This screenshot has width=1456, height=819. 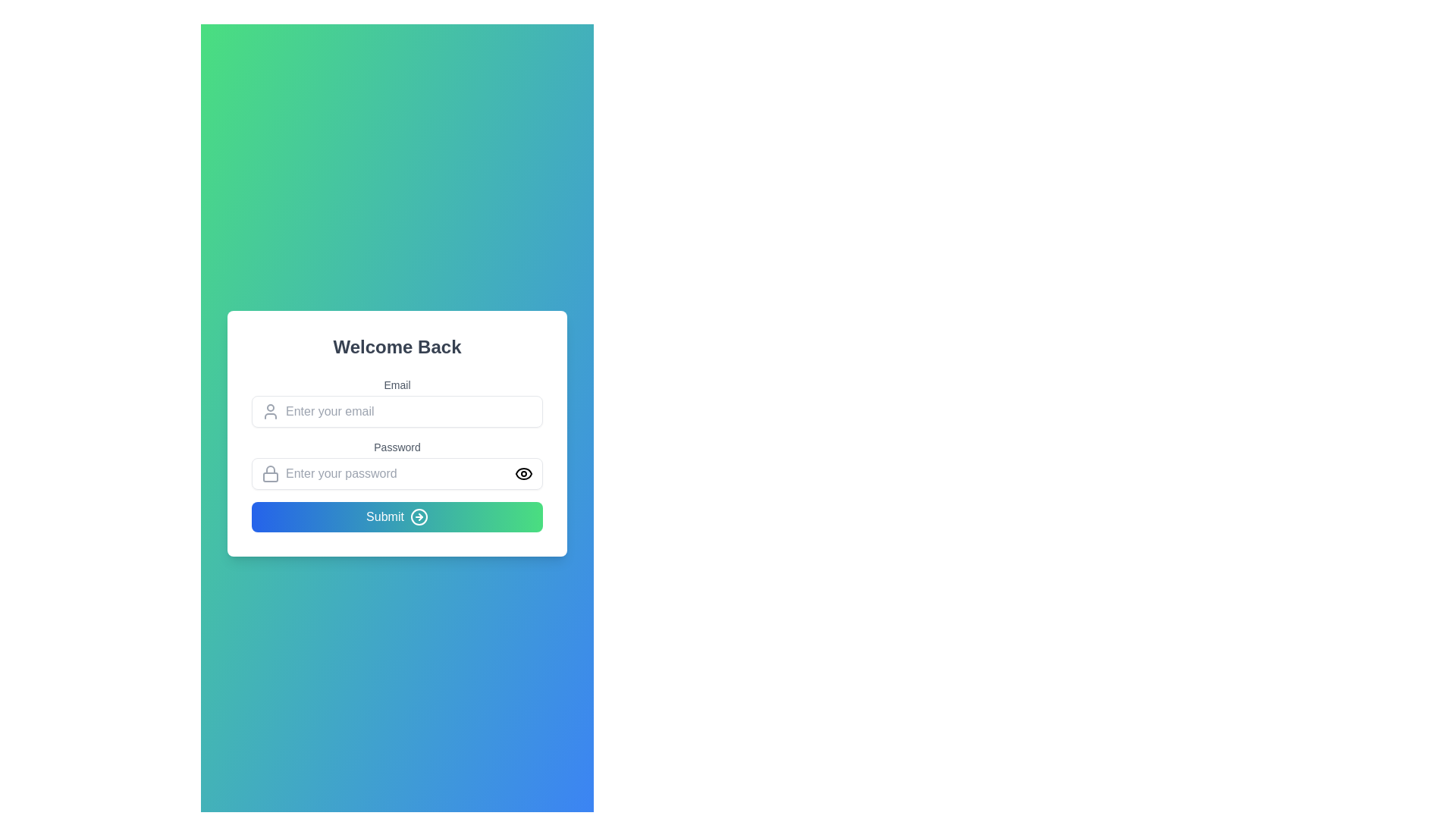 I want to click on the lower portion of the lock icon, which represents security or password protection, located to the left of the 'Password' input field, so click(x=270, y=476).